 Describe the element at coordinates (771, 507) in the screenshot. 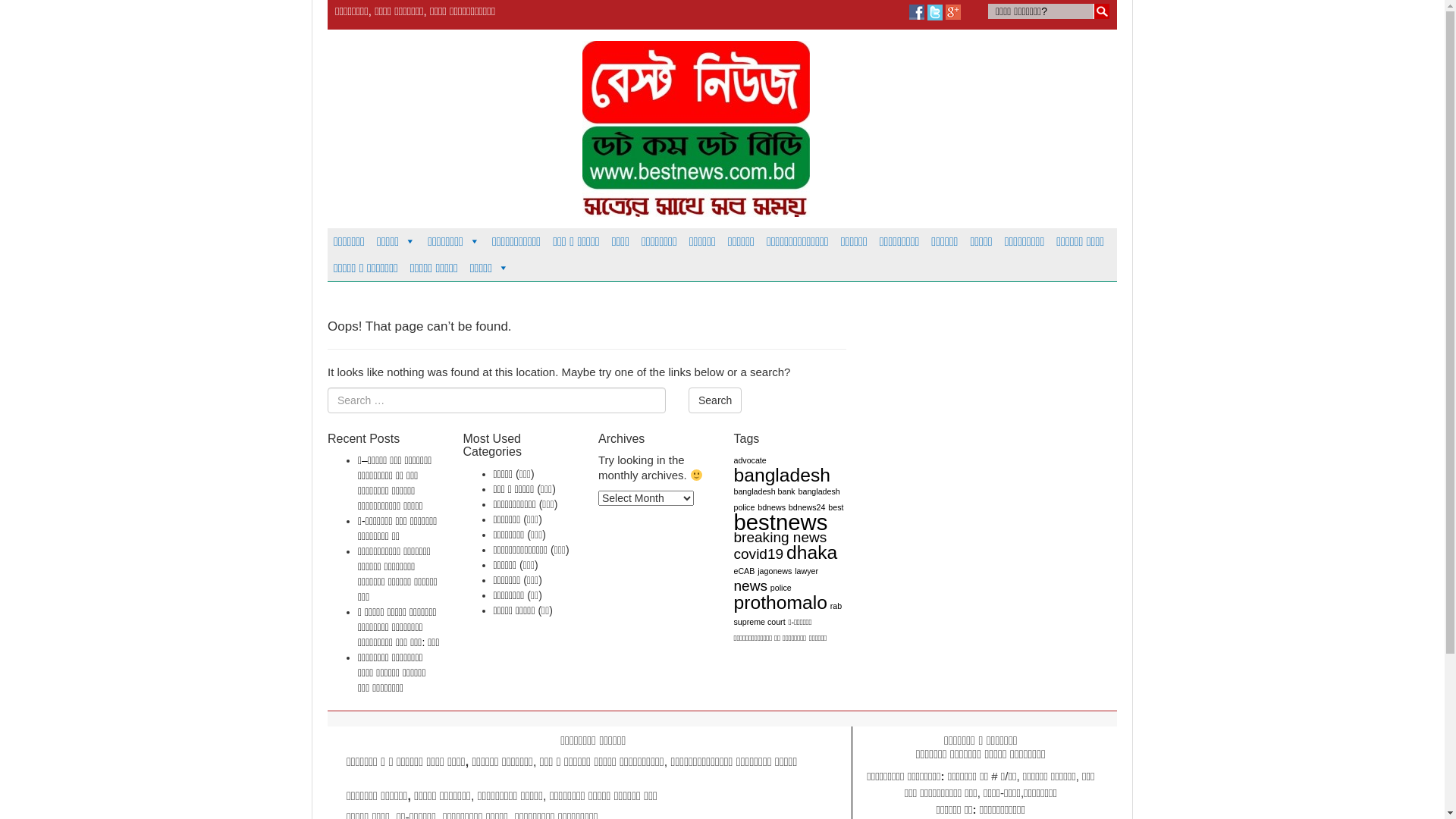

I see `'bdnews'` at that location.